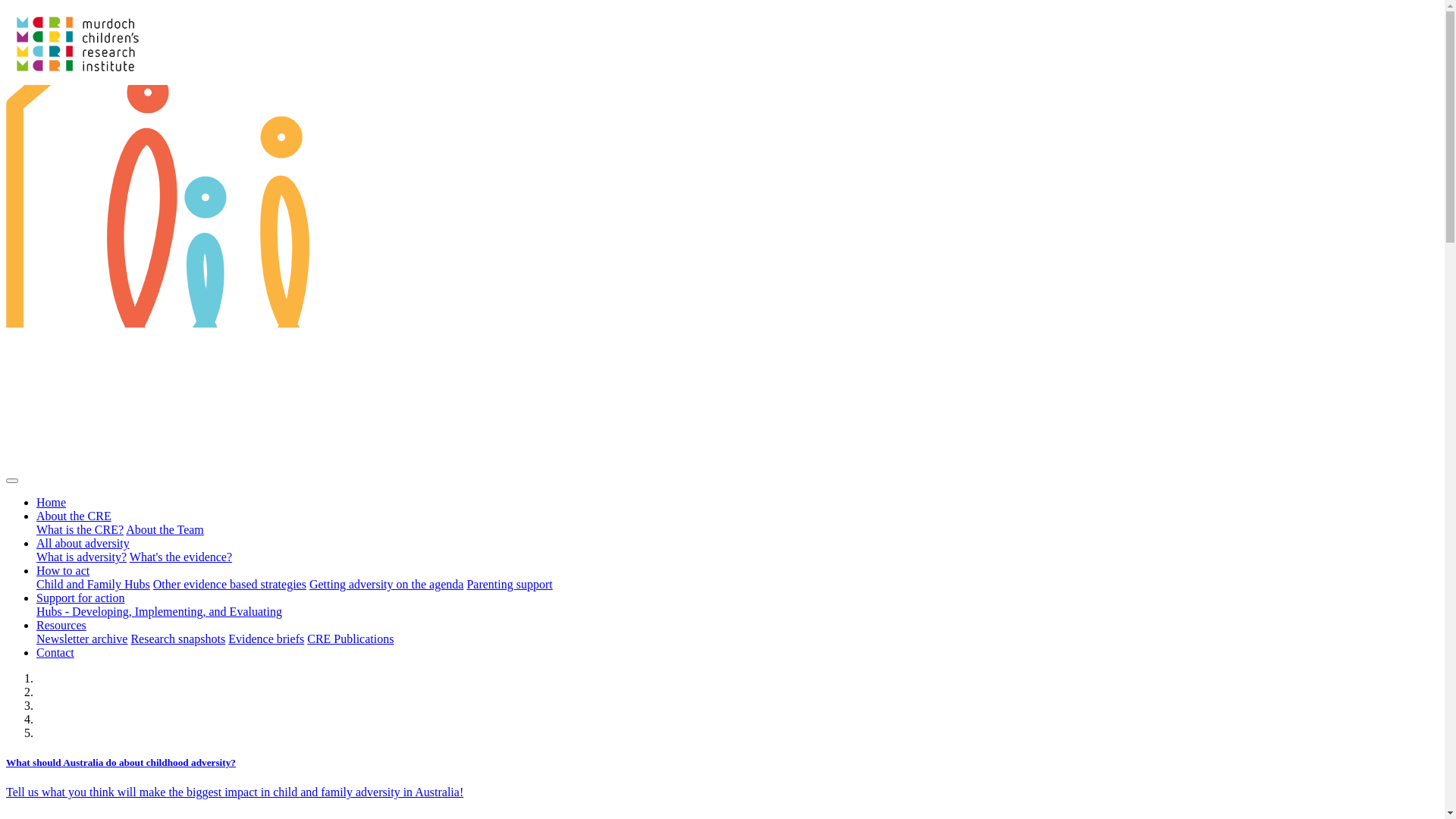 The width and height of the screenshot is (1456, 819). I want to click on 'Support for action', so click(79, 597).